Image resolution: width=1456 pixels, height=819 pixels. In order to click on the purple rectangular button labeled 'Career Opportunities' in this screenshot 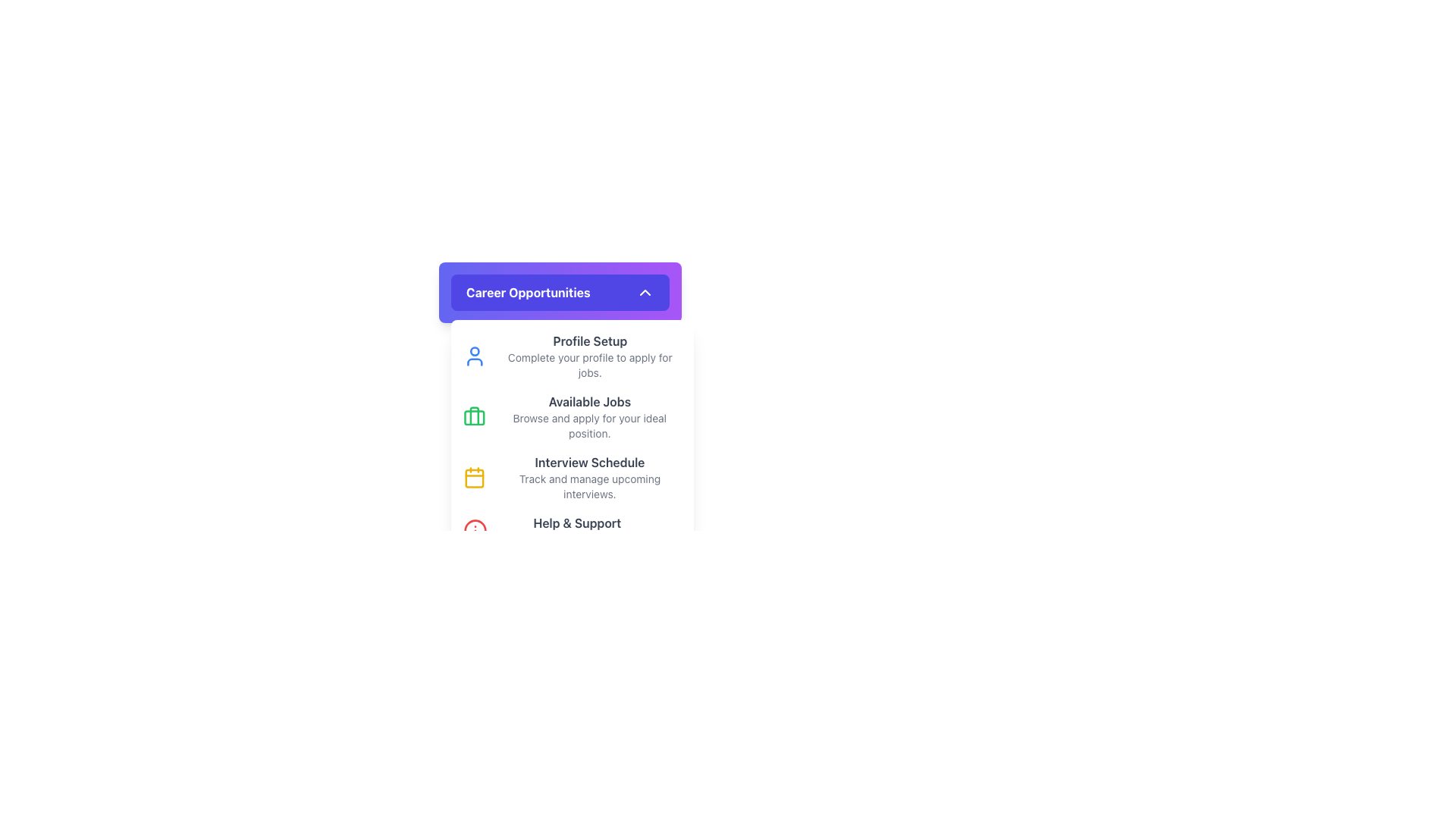, I will do `click(560, 292)`.